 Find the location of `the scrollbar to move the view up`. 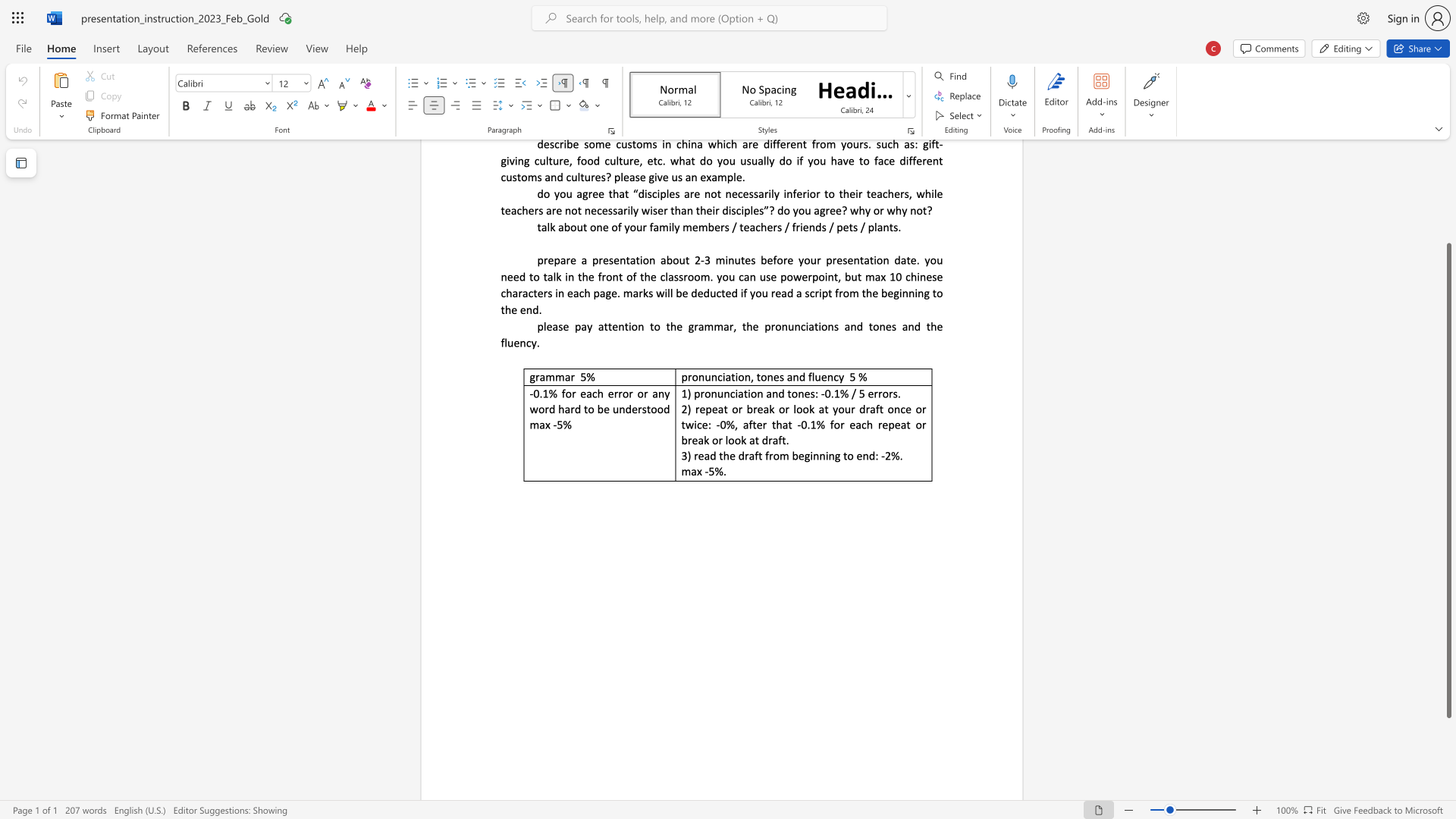

the scrollbar to move the view up is located at coordinates (1448, 174).